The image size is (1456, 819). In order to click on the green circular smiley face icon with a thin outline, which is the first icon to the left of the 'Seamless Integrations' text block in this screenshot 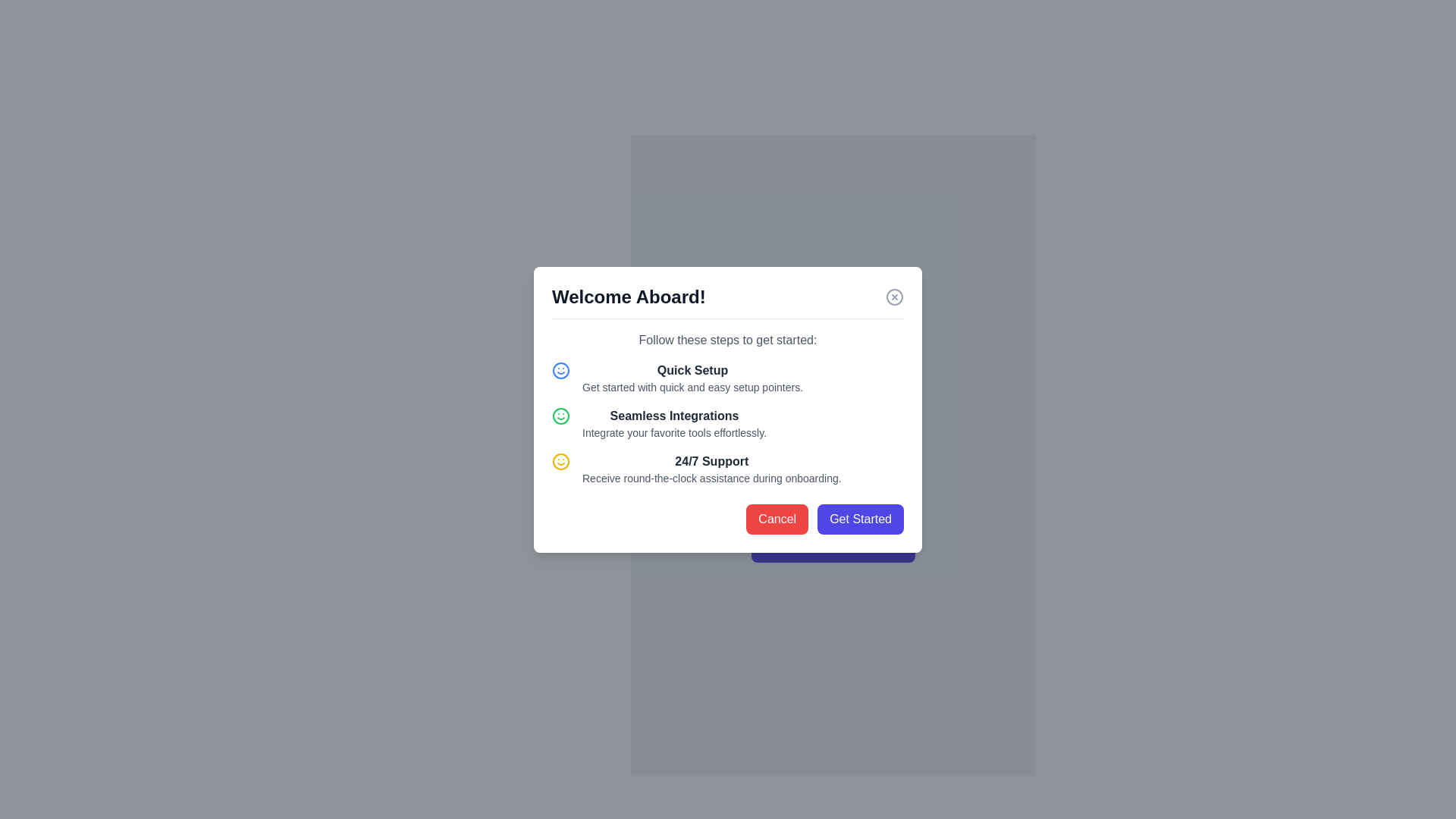, I will do `click(560, 416)`.